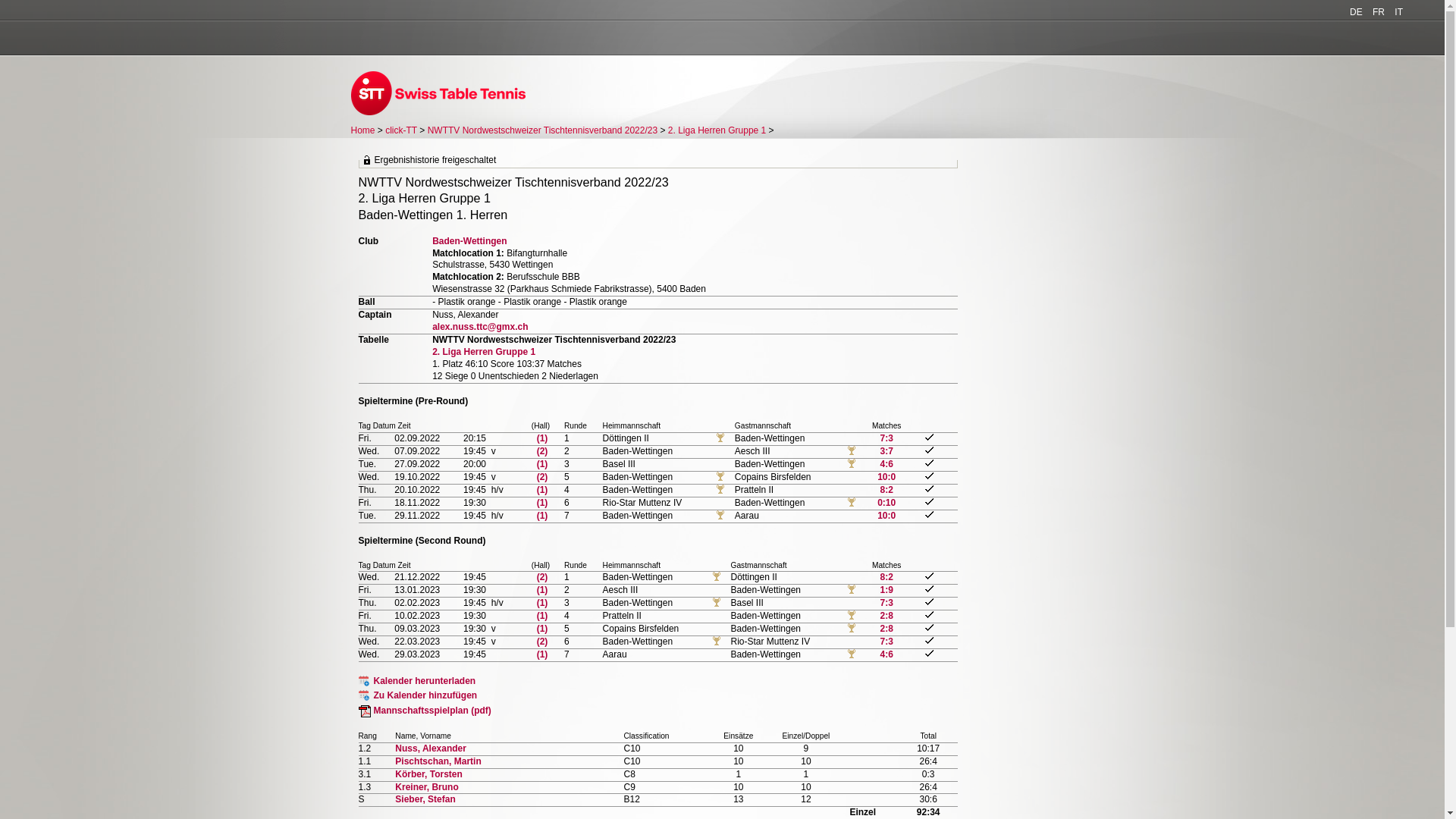  What do you see at coordinates (852, 503) in the screenshot?
I see `'Victory'` at bounding box center [852, 503].